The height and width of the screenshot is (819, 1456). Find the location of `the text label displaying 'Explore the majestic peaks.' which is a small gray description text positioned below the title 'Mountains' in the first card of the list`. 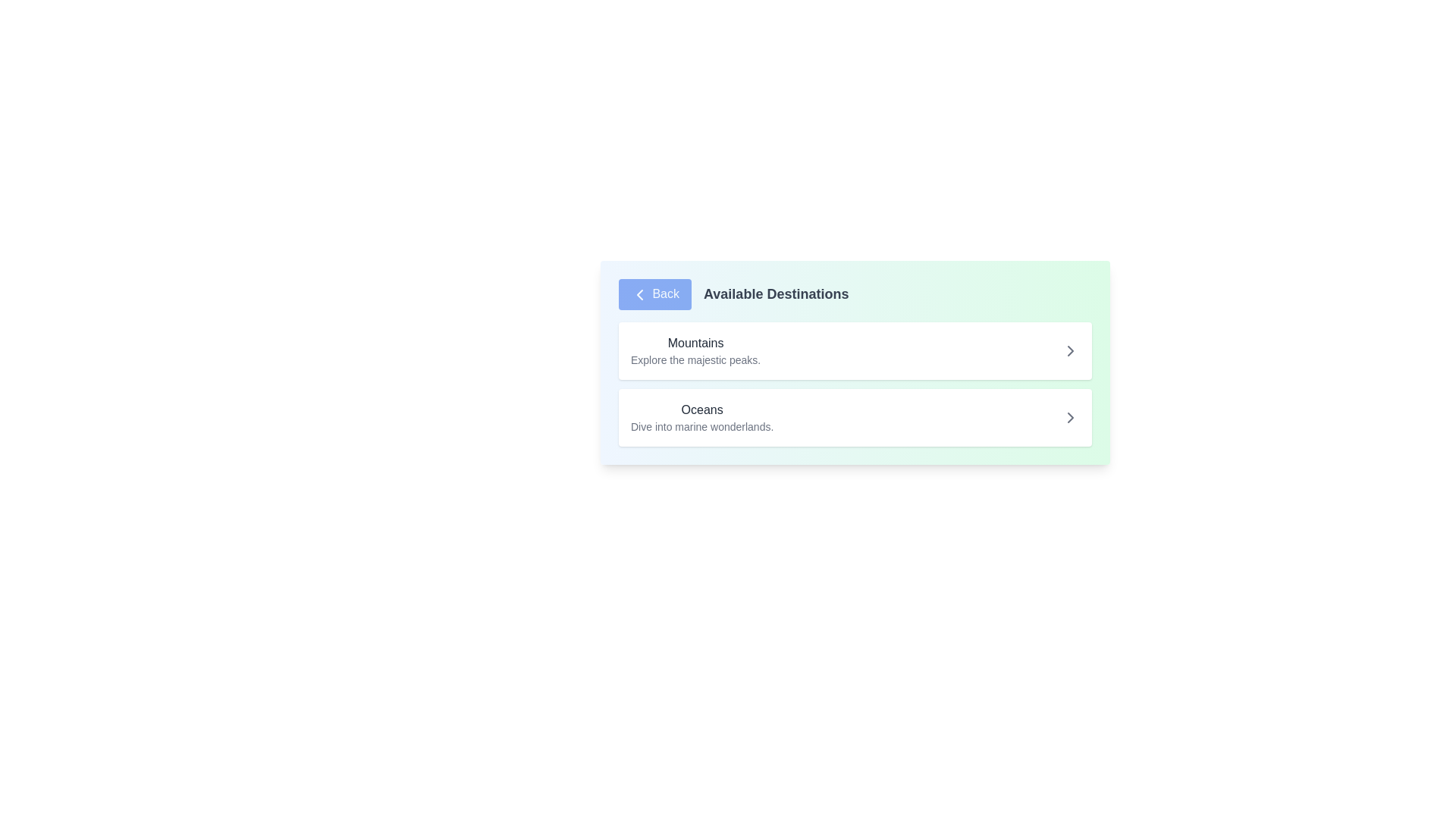

the text label displaying 'Explore the majestic peaks.' which is a small gray description text positioned below the title 'Mountains' in the first card of the list is located at coordinates (695, 359).